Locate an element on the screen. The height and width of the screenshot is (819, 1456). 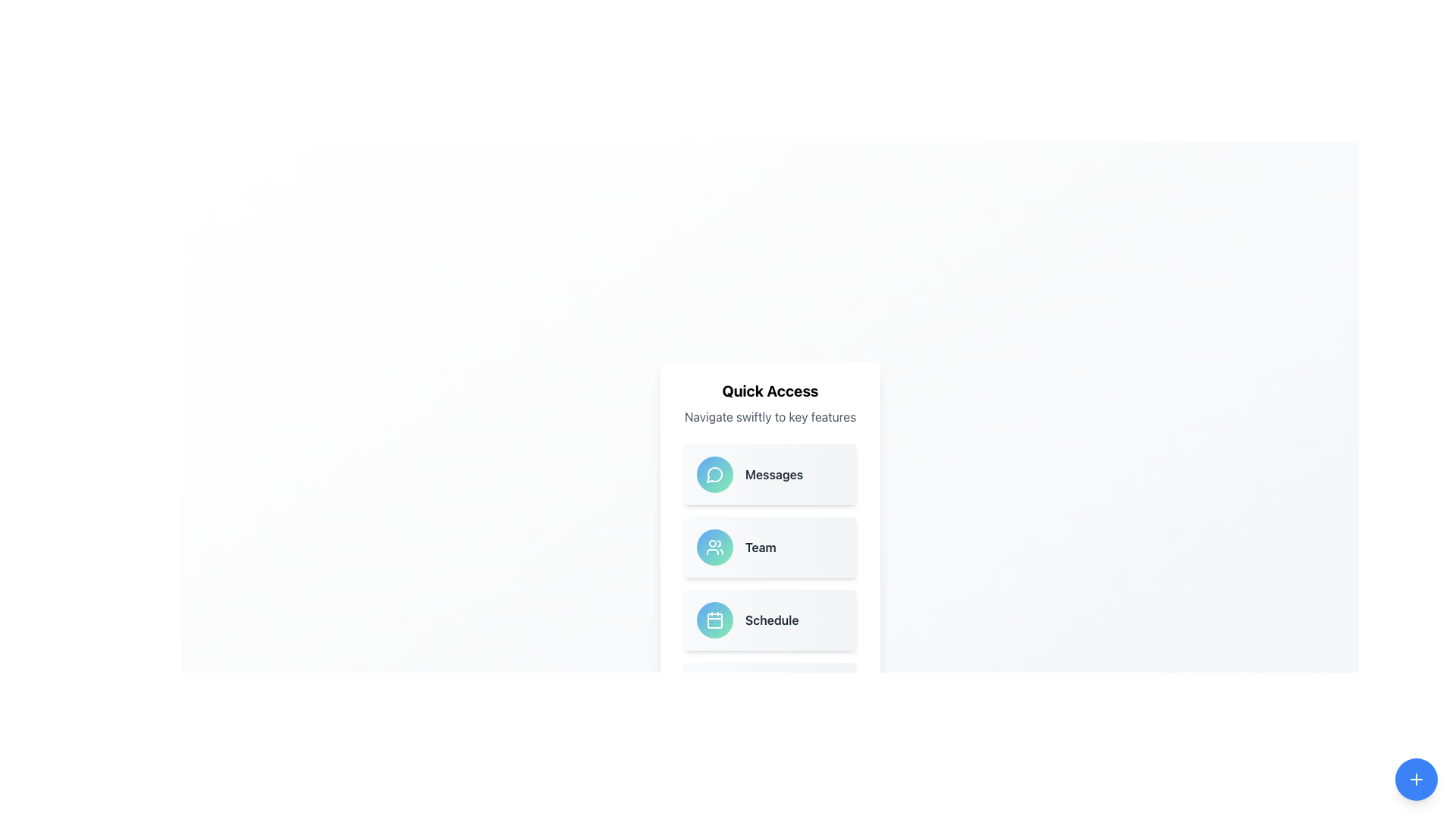
the 'Quick Access' text-based informational display which includes a bold heading and a subtitle, positioned at the top of a card layout is located at coordinates (770, 403).